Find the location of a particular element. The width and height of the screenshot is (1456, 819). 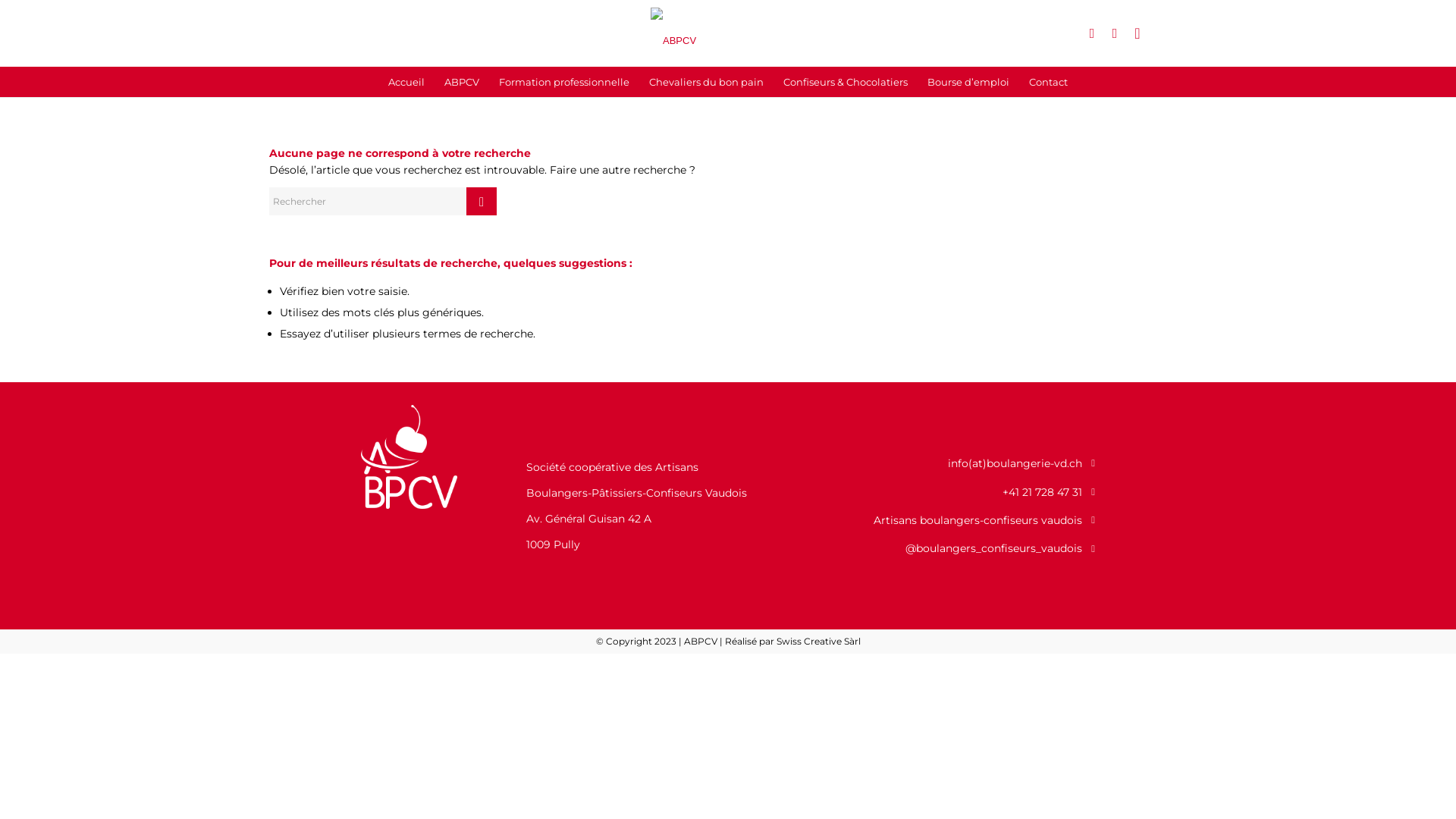

'Chevaliers du bon pain' is located at coordinates (639, 82).